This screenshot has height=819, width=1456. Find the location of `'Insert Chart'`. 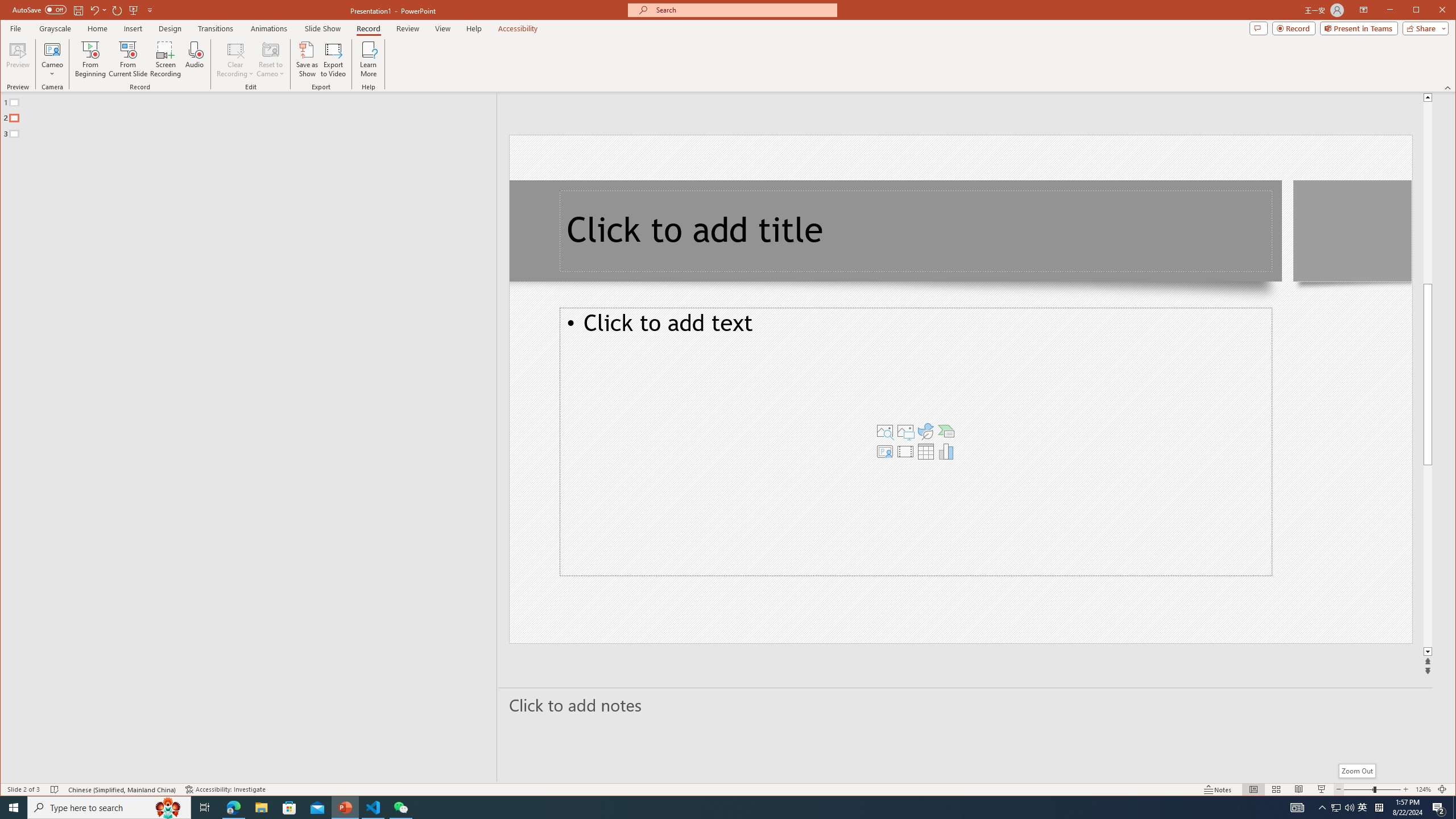

'Insert Chart' is located at coordinates (946, 450).